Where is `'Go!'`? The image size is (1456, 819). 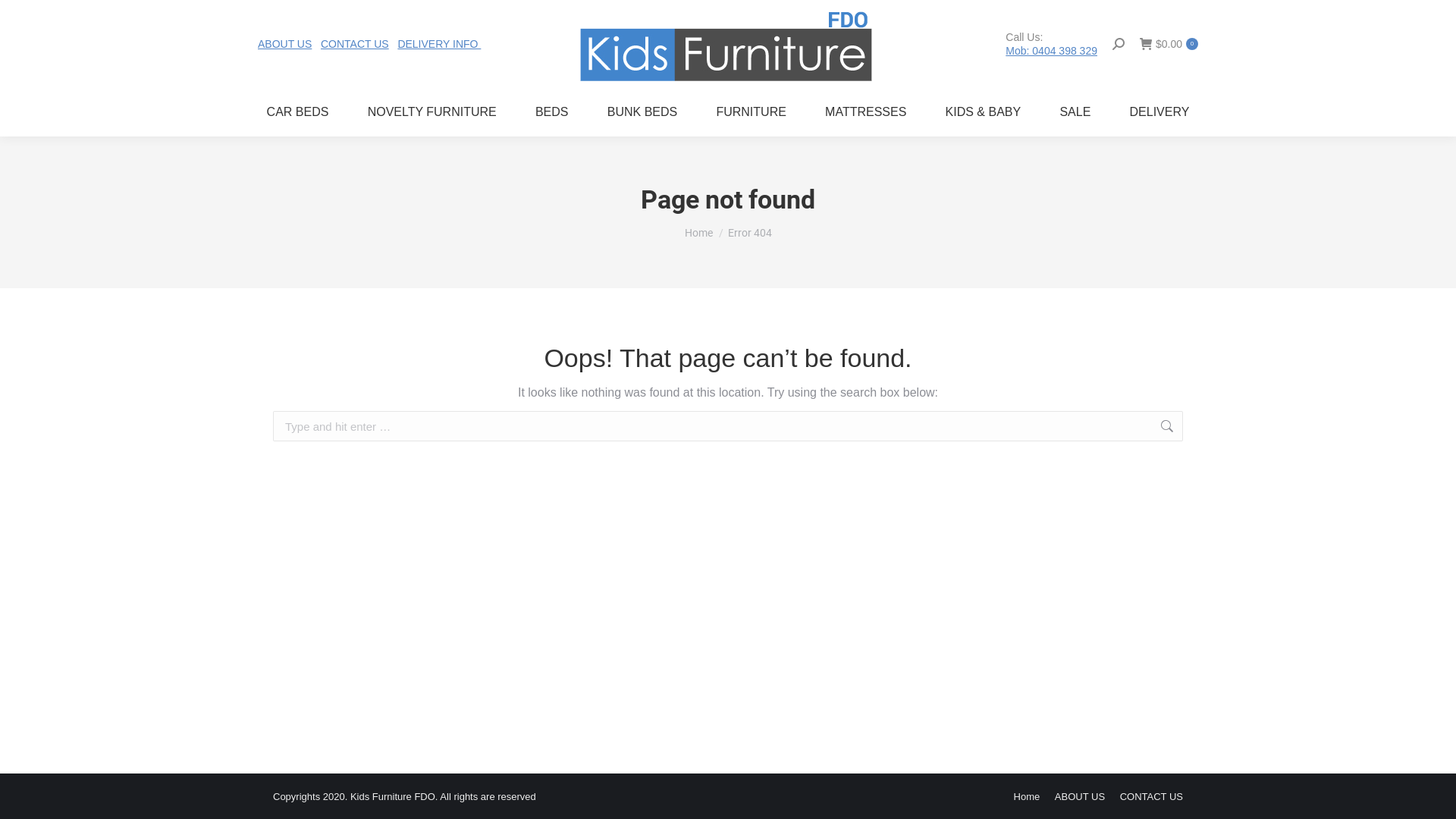 'Go!' is located at coordinates (1206, 427).